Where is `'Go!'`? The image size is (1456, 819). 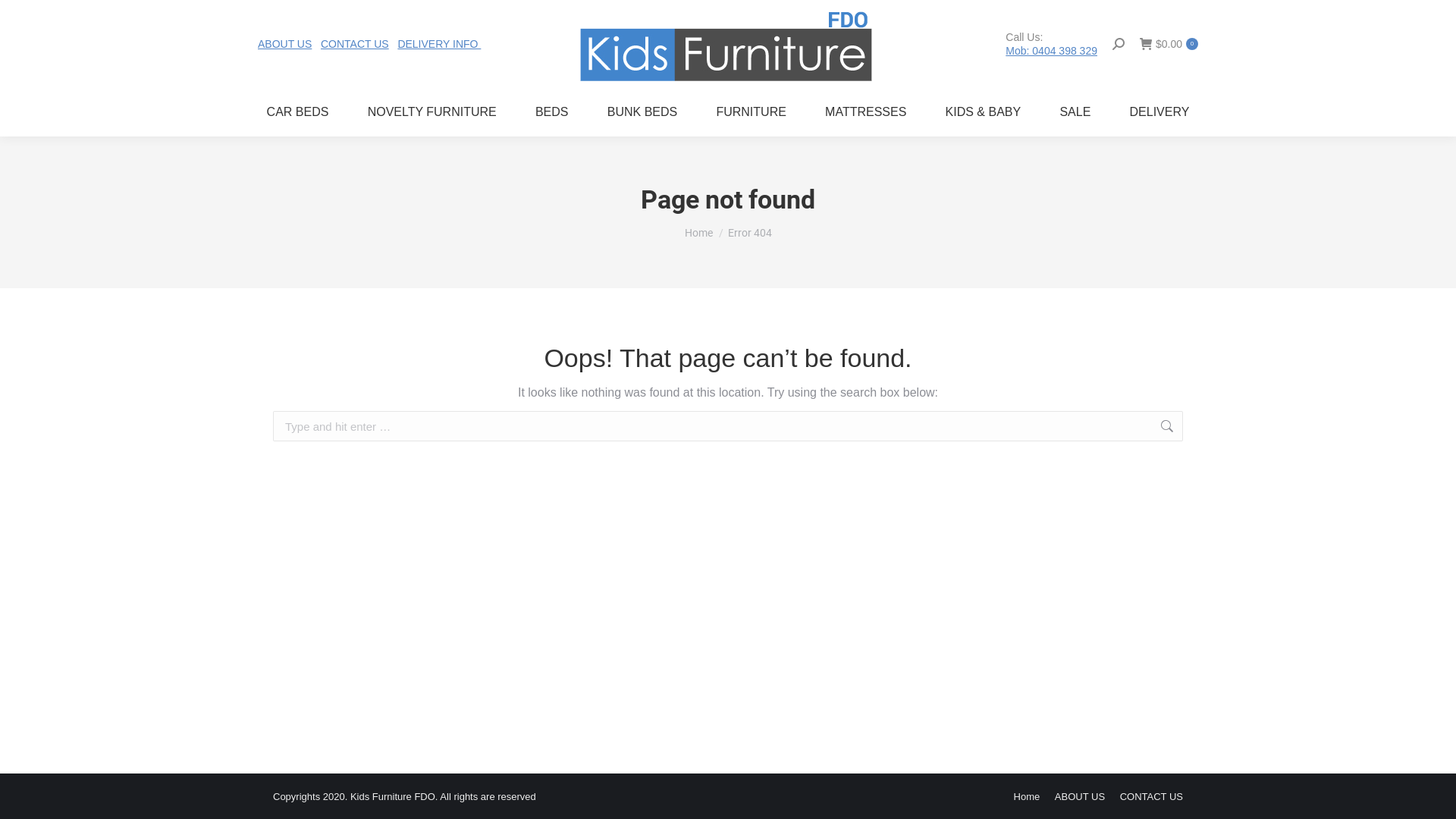 'Go!' is located at coordinates (1206, 427).